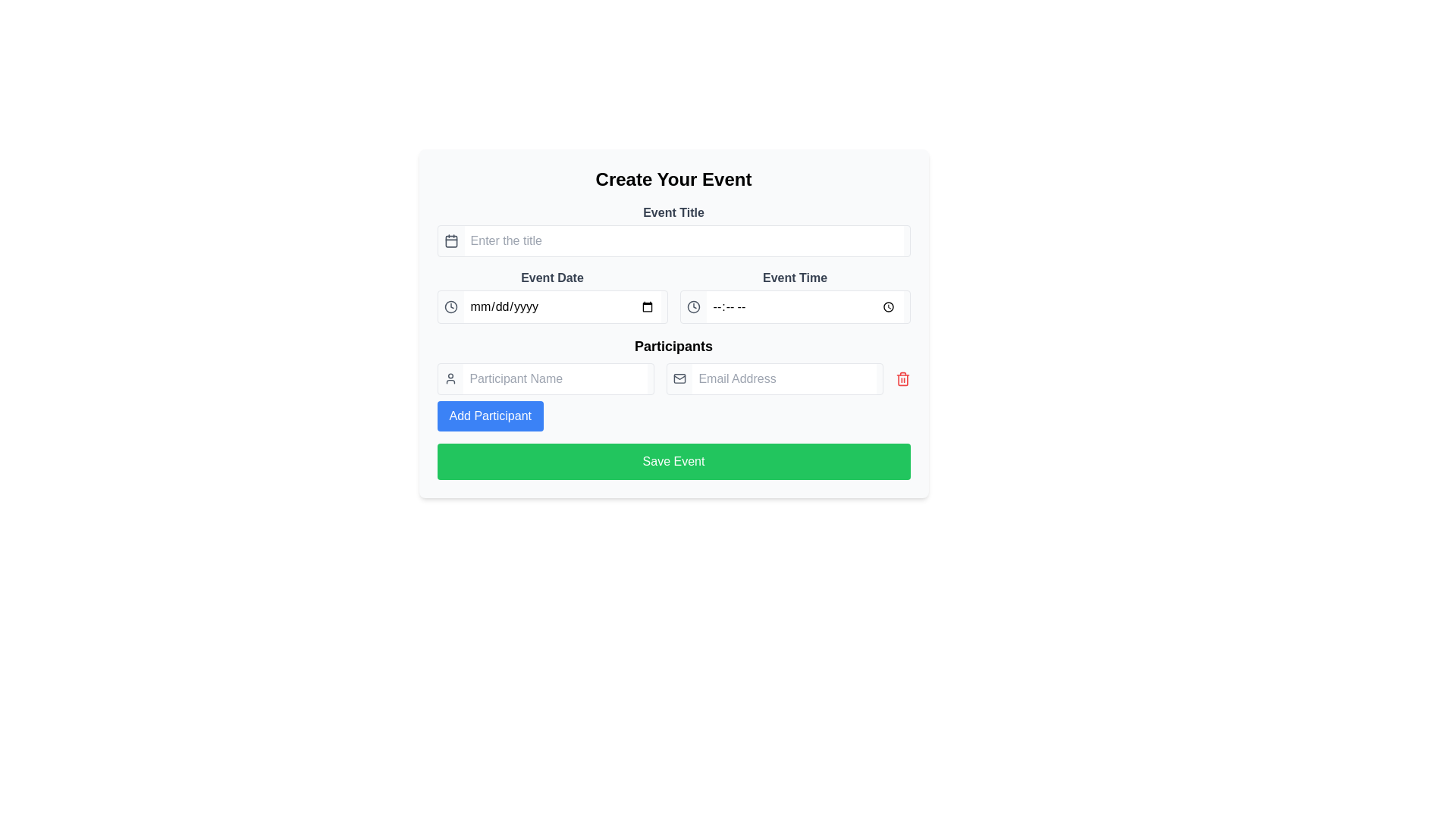  I want to click on the button located directly below the 'Participants' section of the form, so click(673, 461).